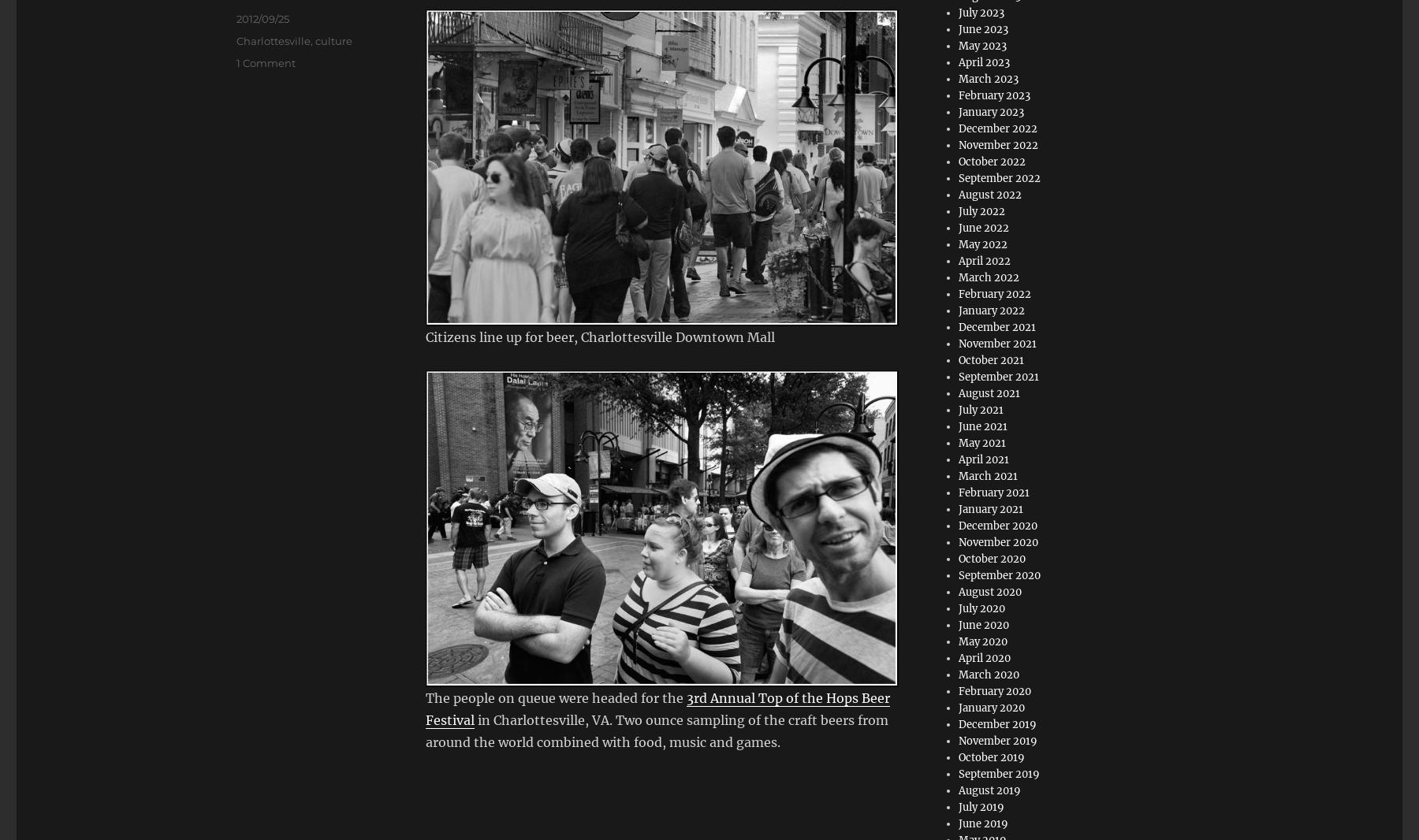 This screenshot has width=1419, height=840. Describe the element at coordinates (992, 161) in the screenshot. I see `'October 2022'` at that location.